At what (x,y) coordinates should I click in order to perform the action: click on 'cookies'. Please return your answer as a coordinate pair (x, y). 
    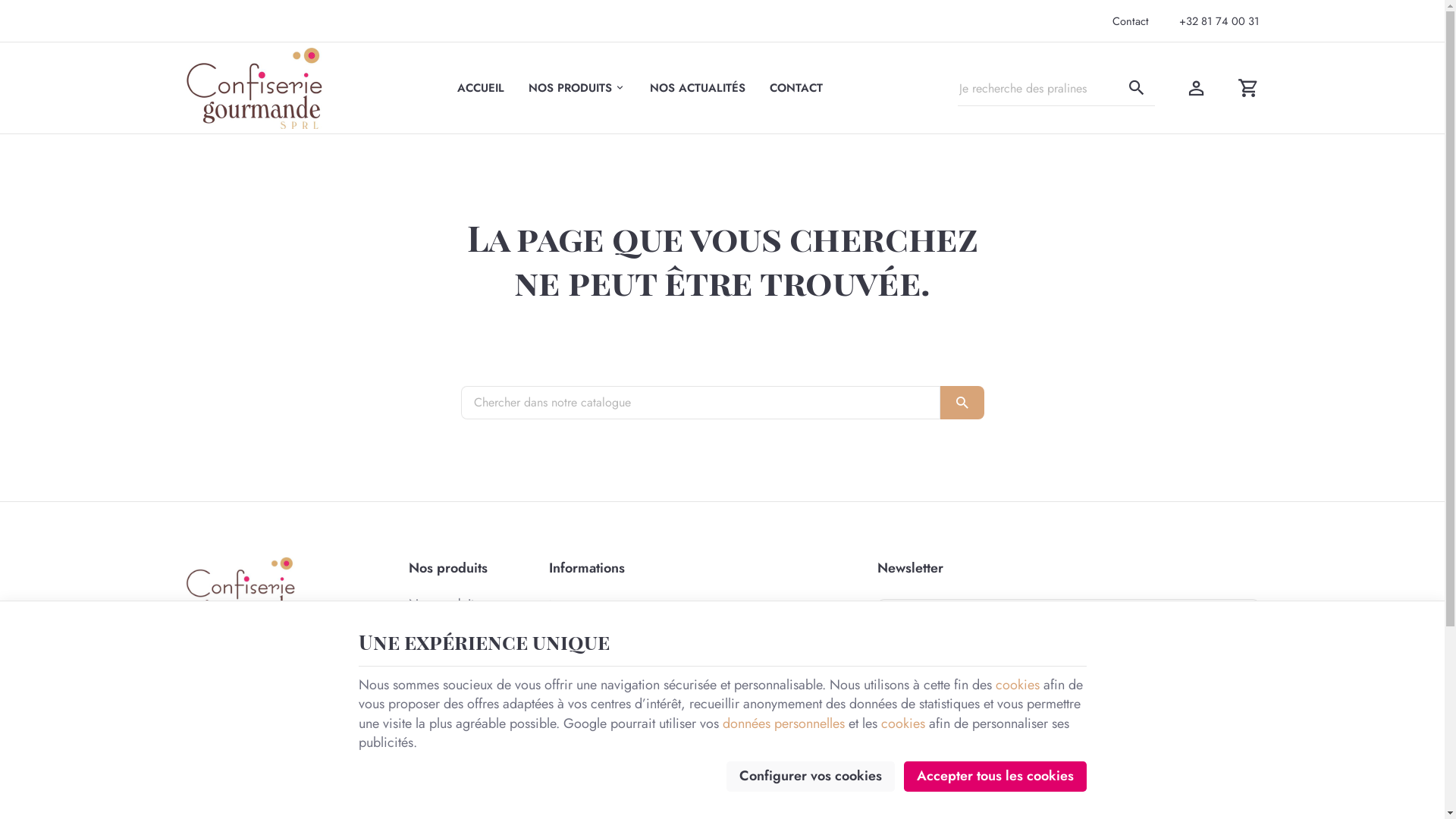
    Looking at the image, I should click on (902, 722).